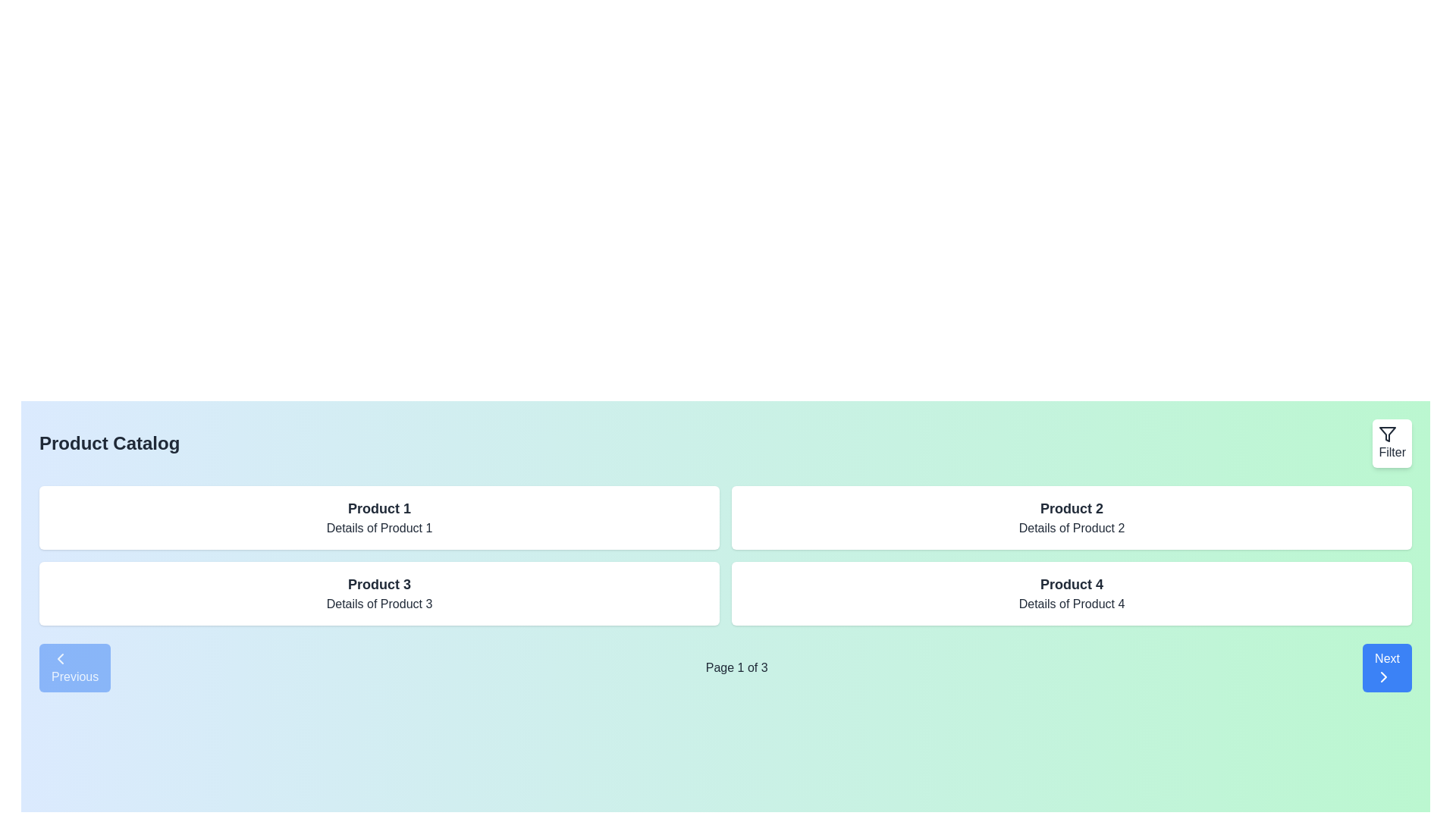  What do you see at coordinates (1388, 435) in the screenshot?
I see `the triangular funnel icon representing a filter, located at the top-right corner of the product catalog interface within the 'Filter' button` at bounding box center [1388, 435].